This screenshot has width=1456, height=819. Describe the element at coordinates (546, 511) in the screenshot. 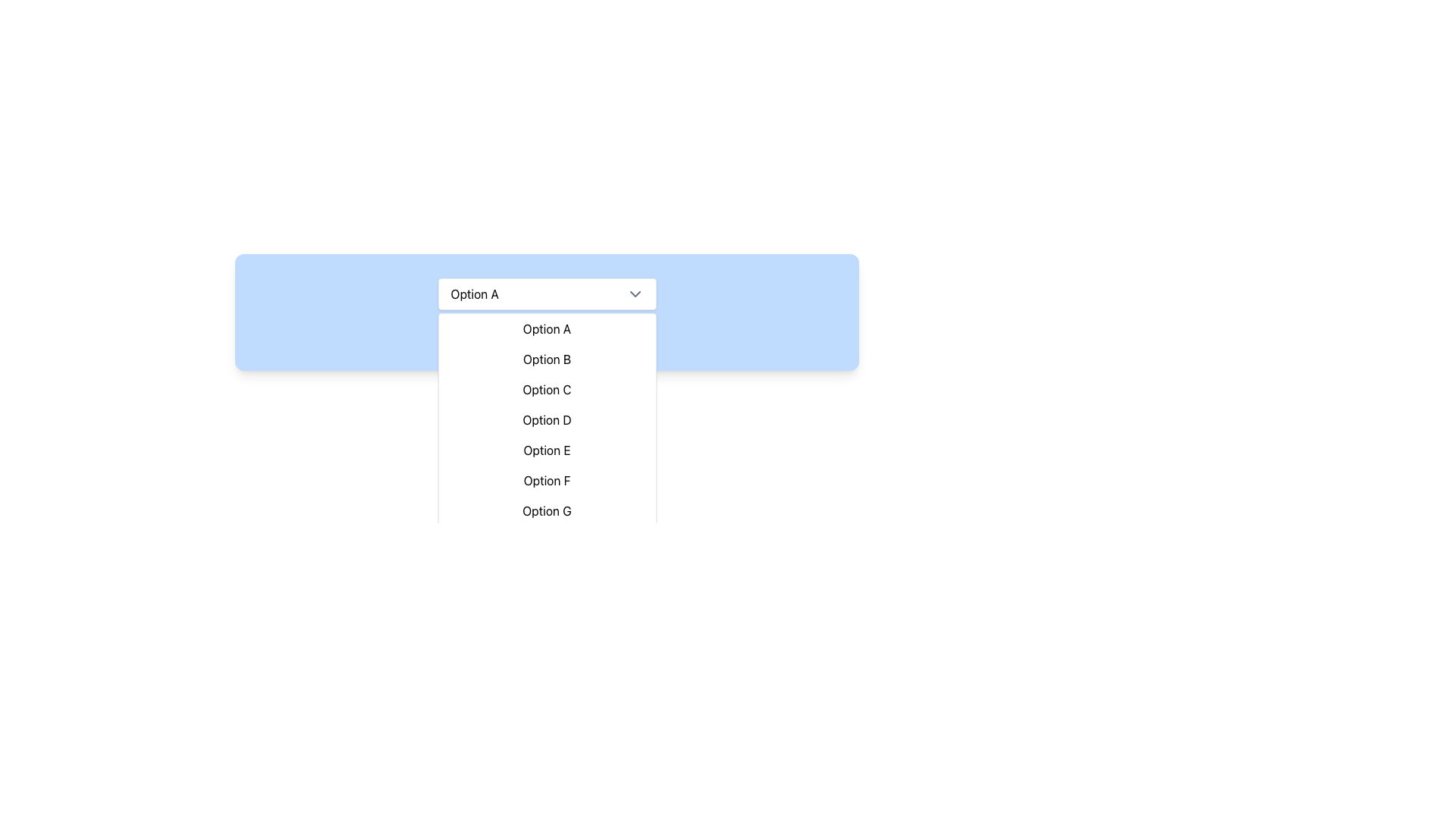

I see `the list item labeled 'Option G' in the dropdown menu` at that location.